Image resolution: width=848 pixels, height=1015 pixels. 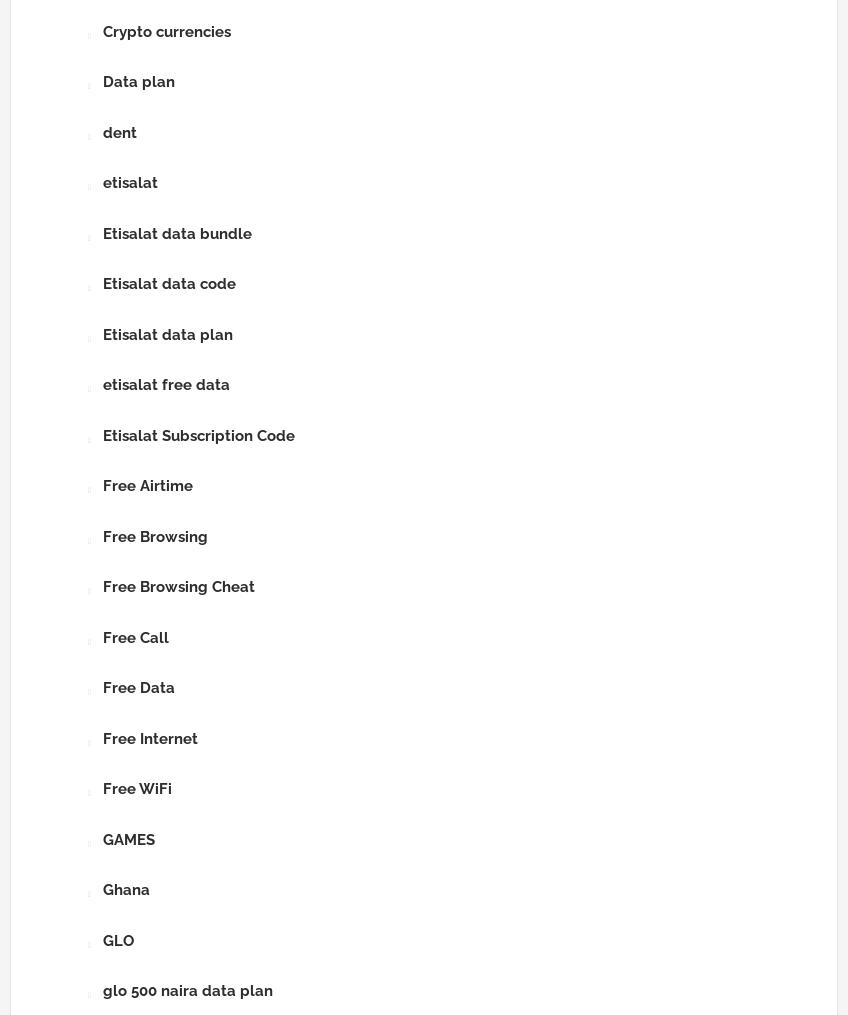 I want to click on 'etisalat', so click(x=103, y=182).